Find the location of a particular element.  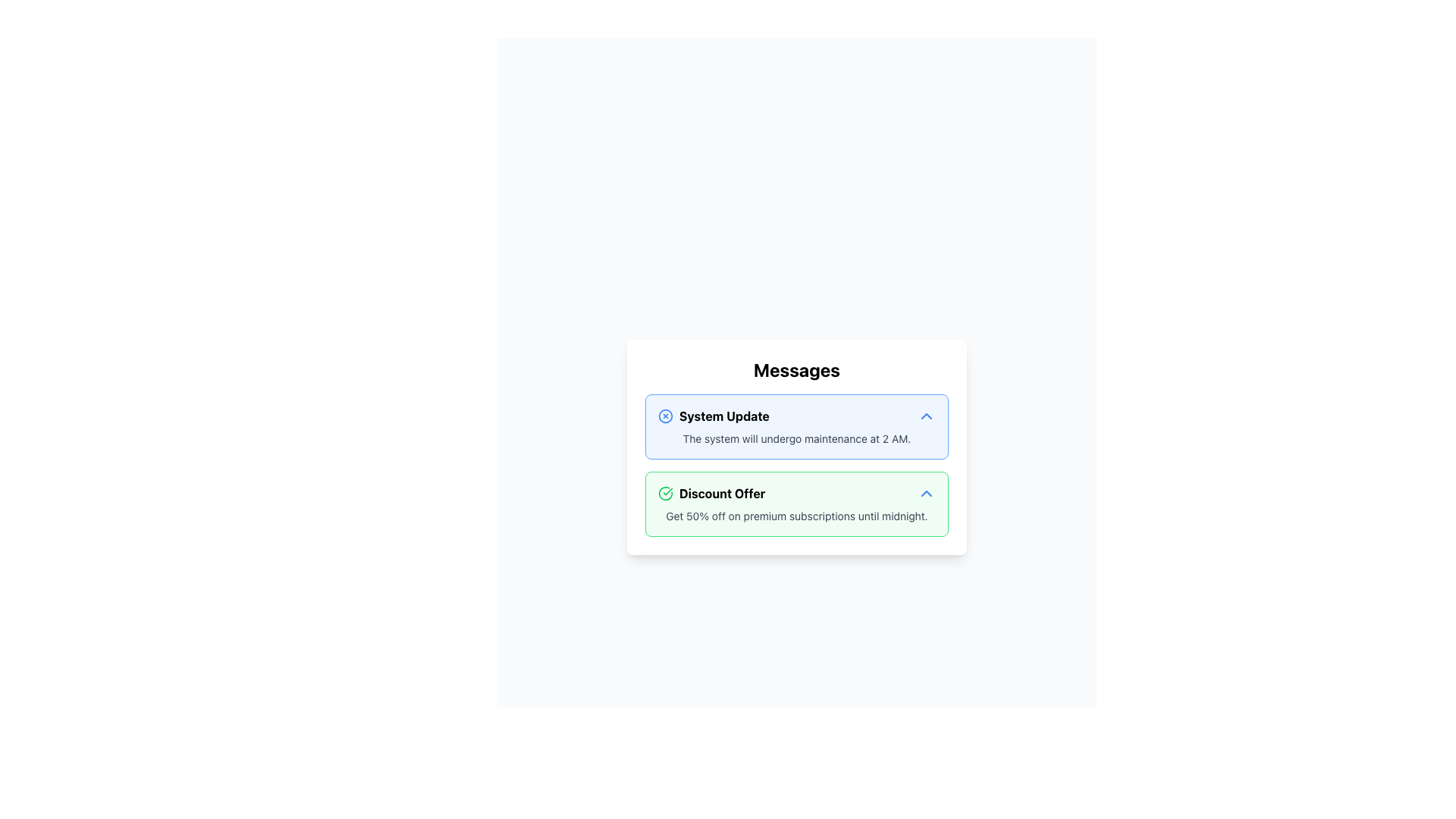

text content of the static text element displaying 'Messages', which is located at the top of a card-like interface is located at coordinates (796, 370).